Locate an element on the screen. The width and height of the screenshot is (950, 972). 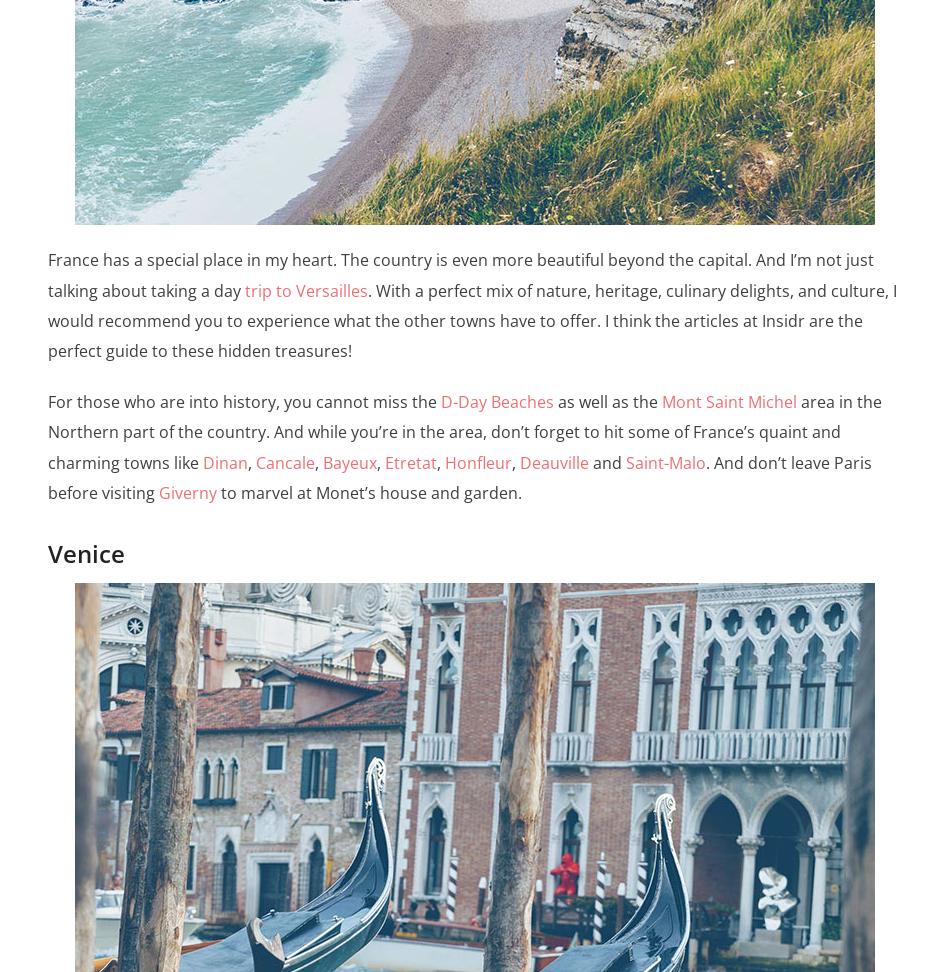
'Honfleur' is located at coordinates (477, 460).